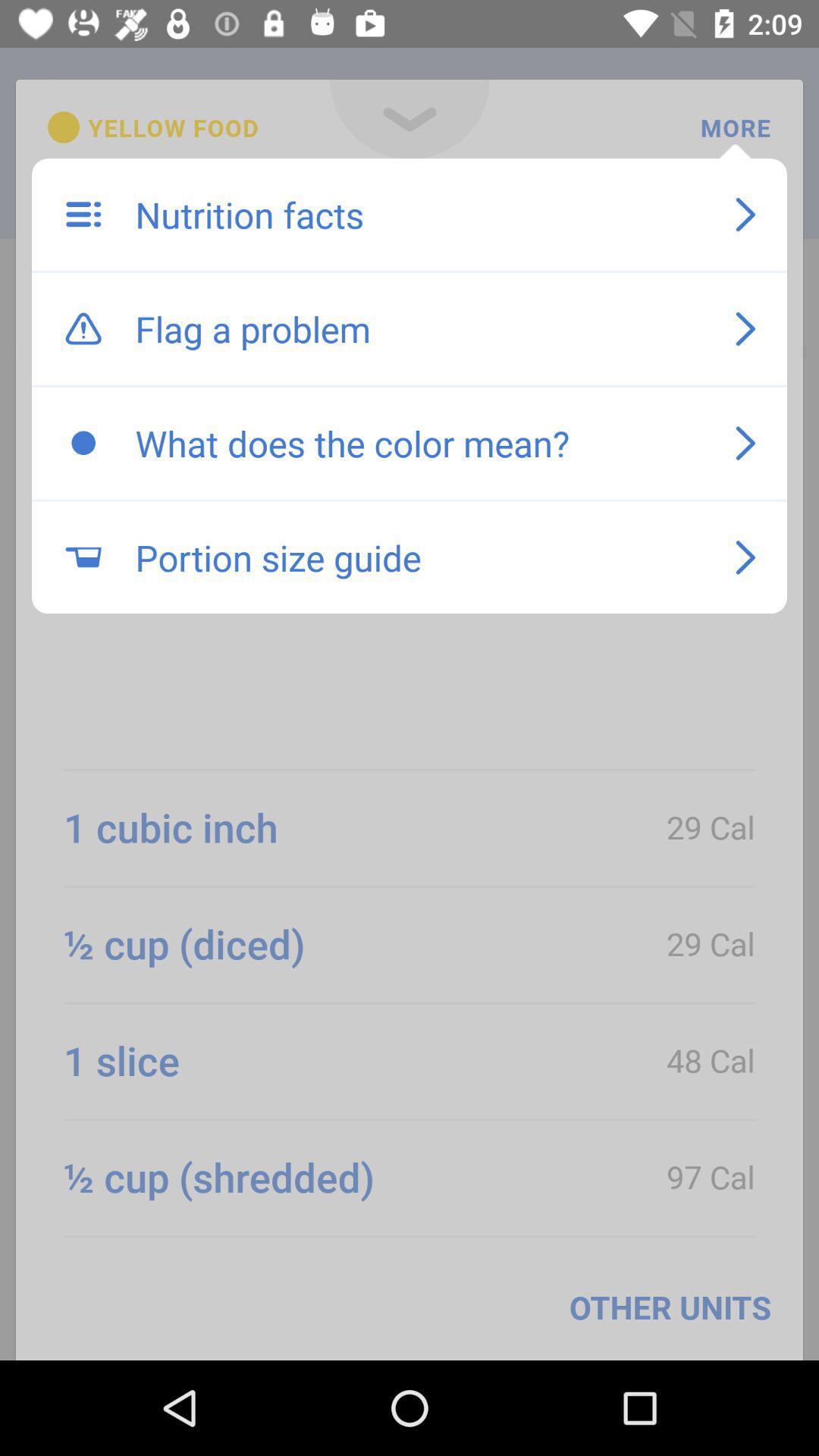  What do you see at coordinates (419, 328) in the screenshot?
I see `the icon below the nutrition facts` at bounding box center [419, 328].